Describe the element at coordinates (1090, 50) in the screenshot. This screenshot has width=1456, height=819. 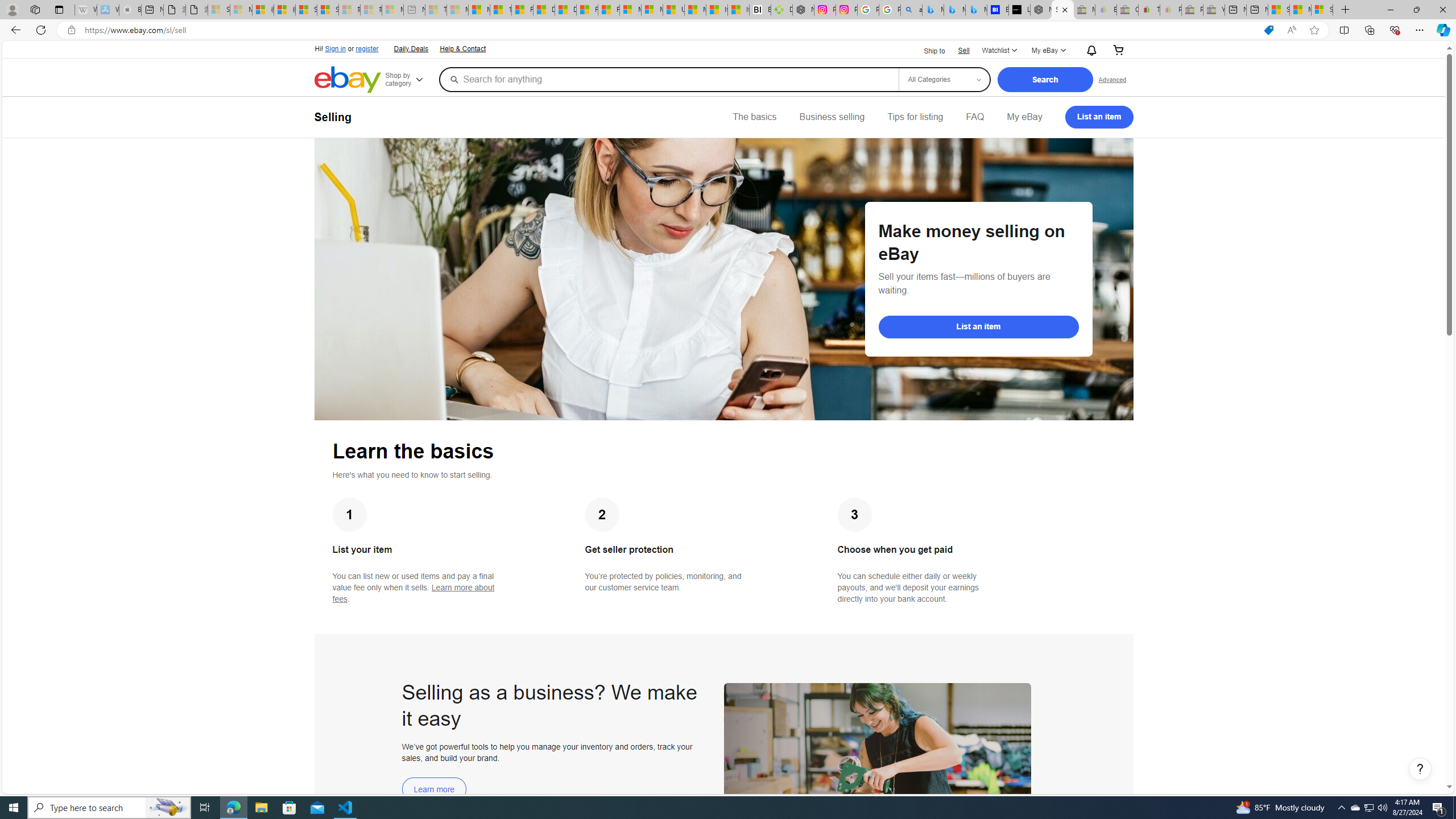
I see `'AutomationID: gh-eb-Alerts'` at that location.